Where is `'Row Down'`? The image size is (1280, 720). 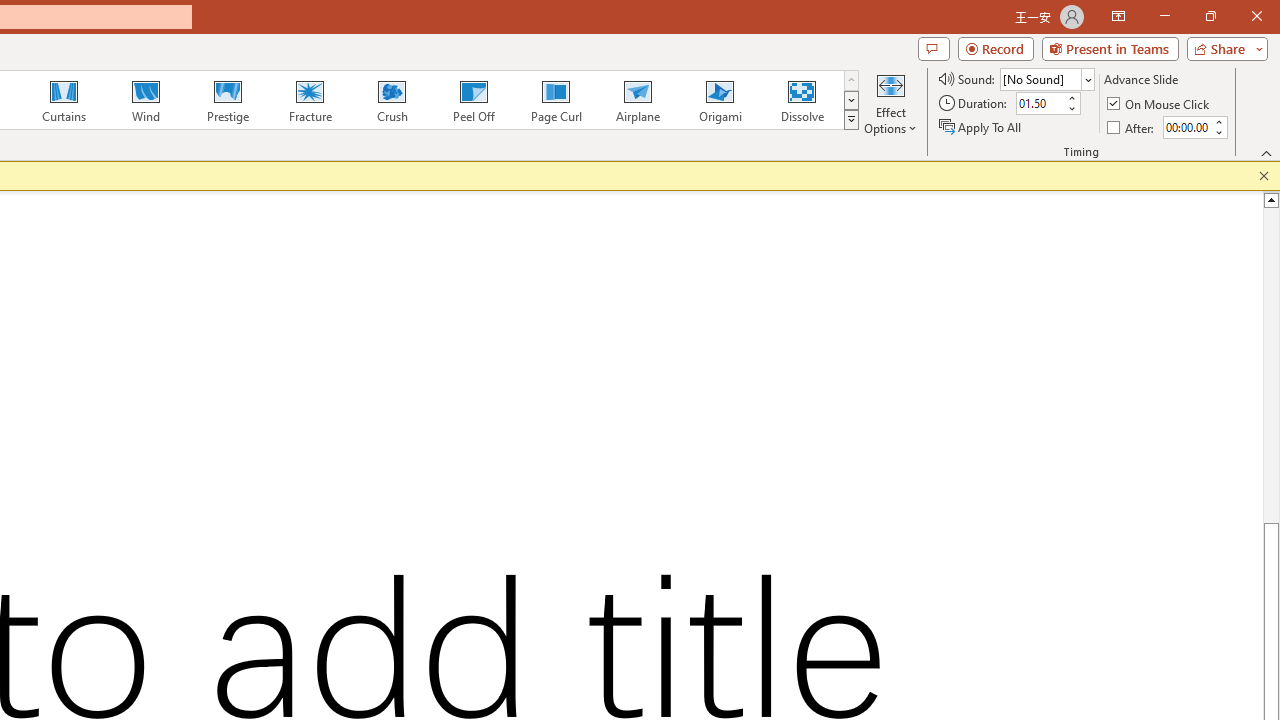 'Row Down' is located at coordinates (851, 100).